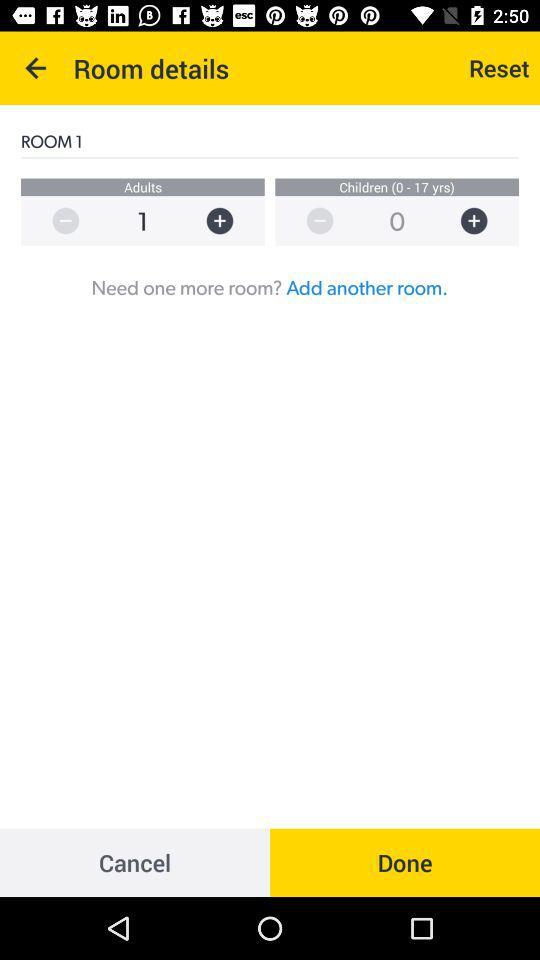  What do you see at coordinates (498, 68) in the screenshot?
I see `reset icon` at bounding box center [498, 68].